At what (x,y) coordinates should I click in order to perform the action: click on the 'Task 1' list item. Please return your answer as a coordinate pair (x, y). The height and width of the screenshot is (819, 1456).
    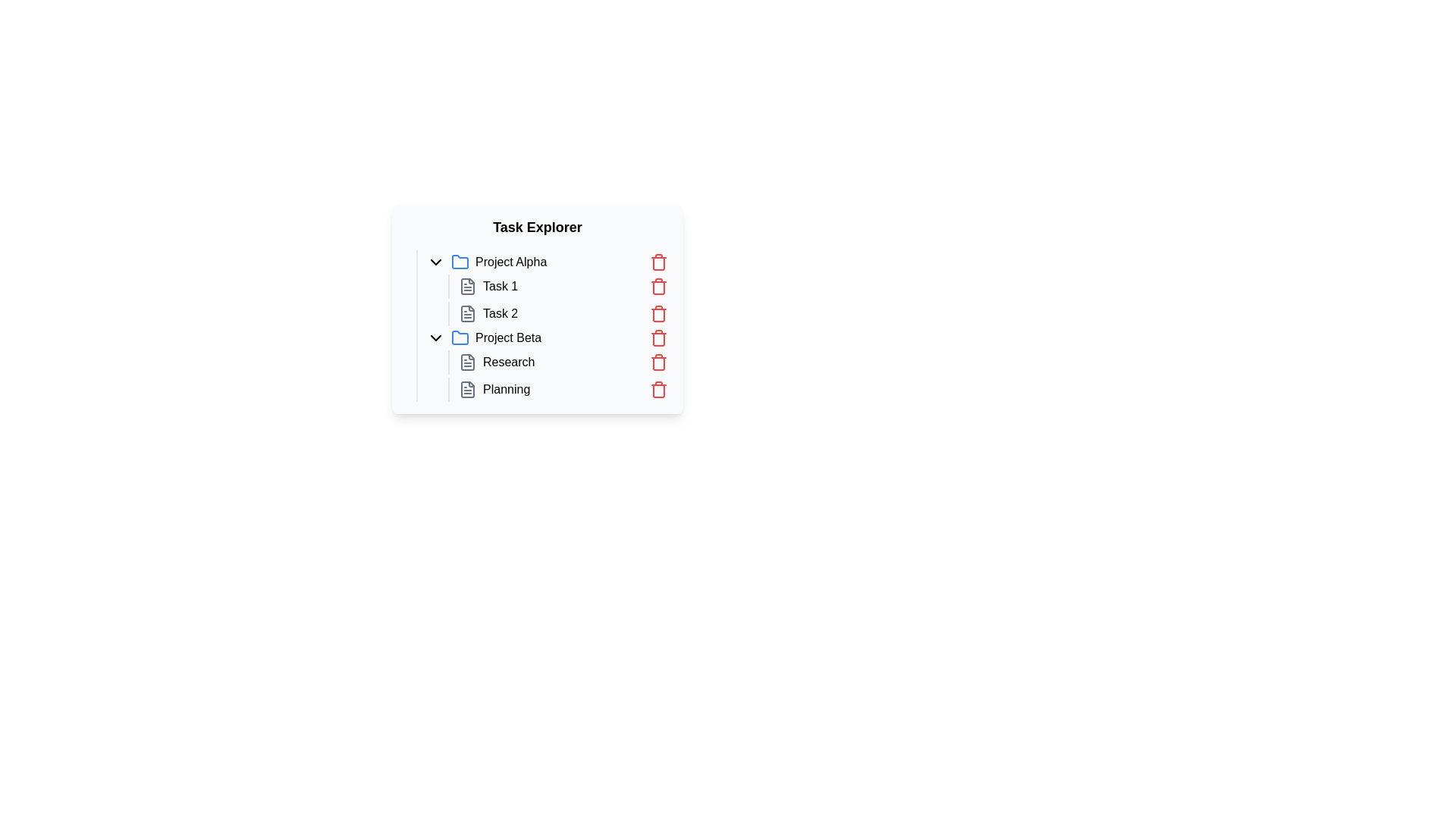
    Looking at the image, I should click on (563, 287).